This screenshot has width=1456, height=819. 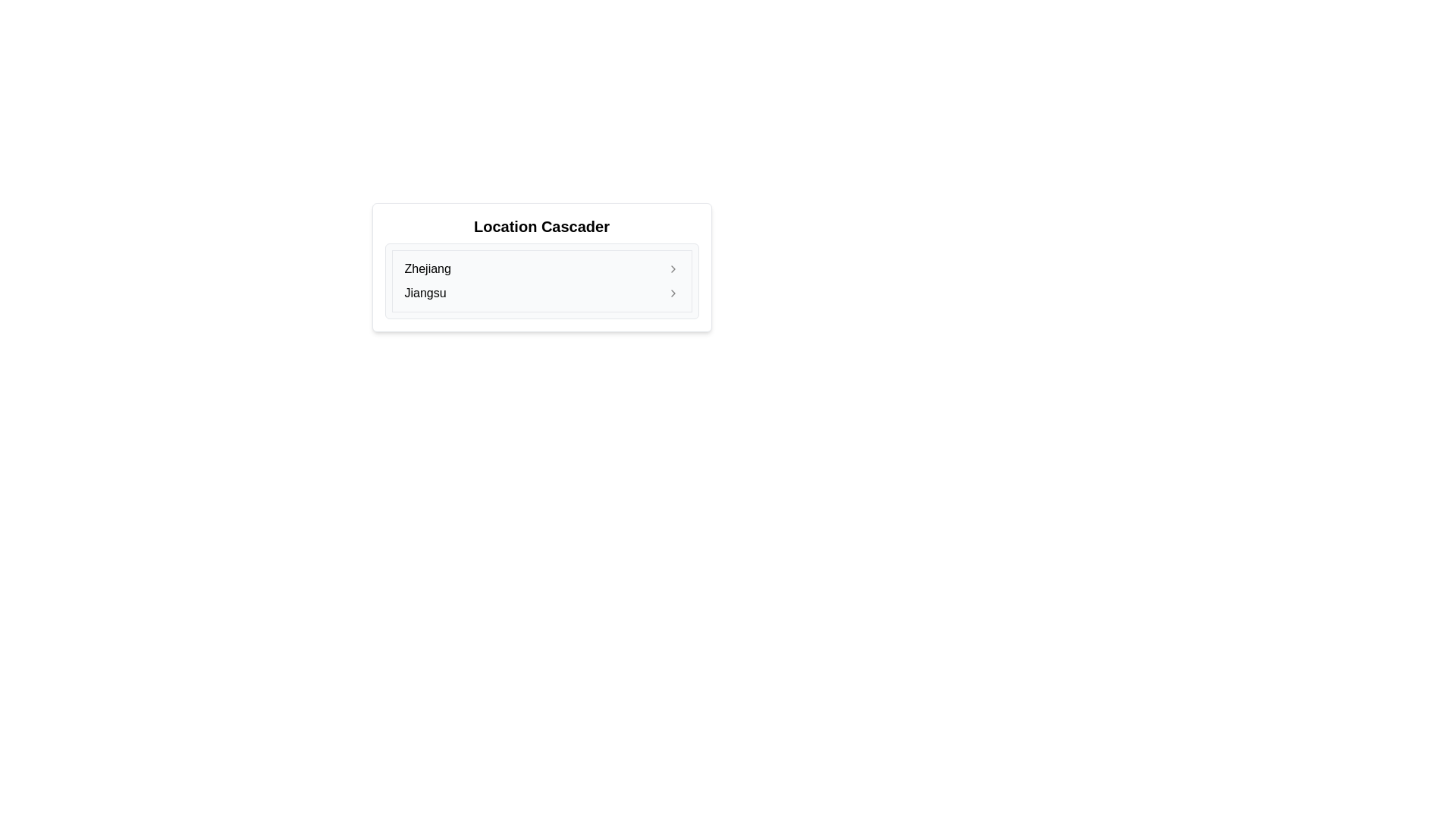 I want to click on the navigation icon located to the far right of the row containing the text 'Jiangsu', so click(x=672, y=293).